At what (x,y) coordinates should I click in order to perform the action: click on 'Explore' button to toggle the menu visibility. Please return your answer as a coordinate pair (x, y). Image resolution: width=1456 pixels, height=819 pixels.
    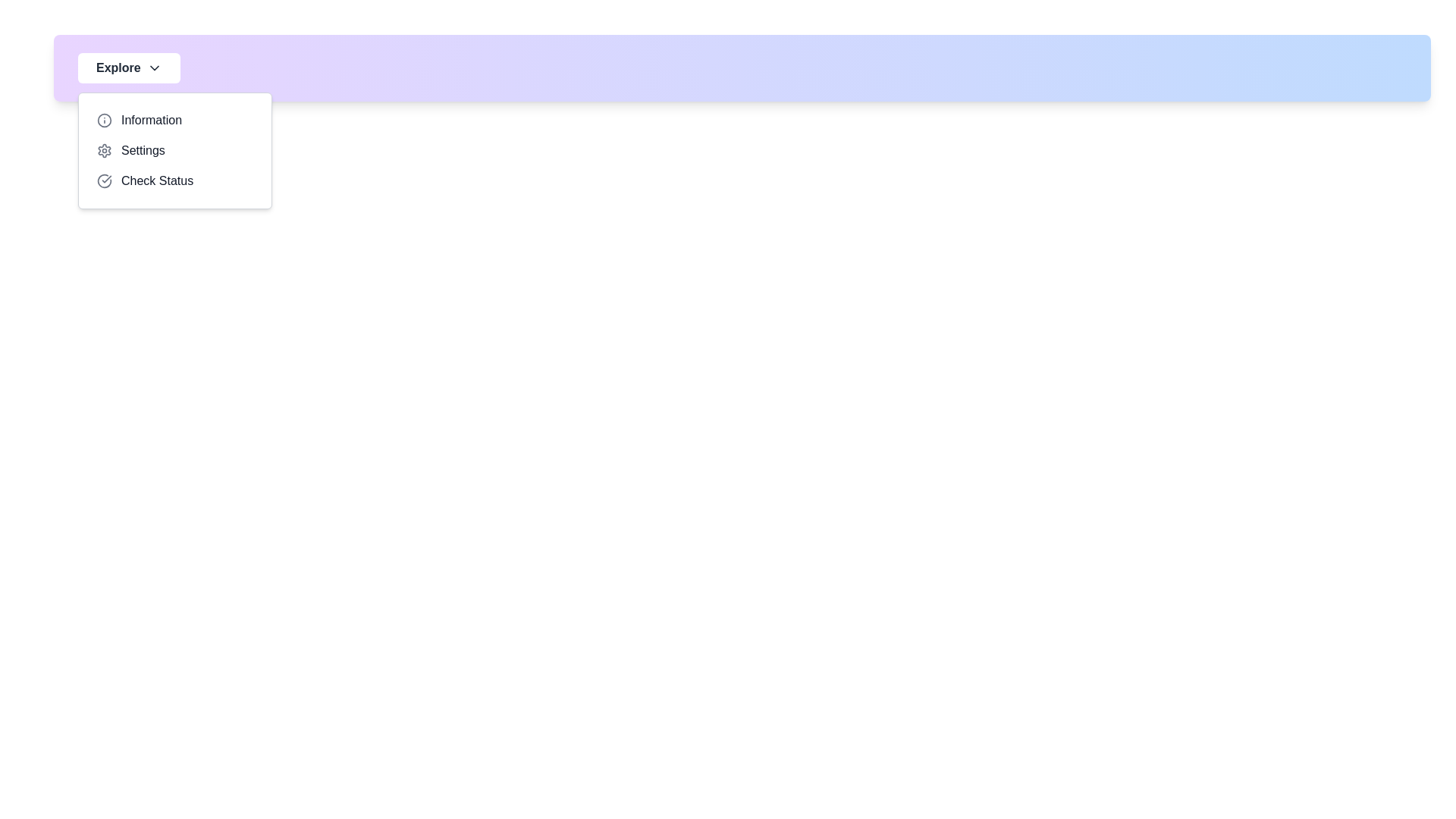
    Looking at the image, I should click on (128, 67).